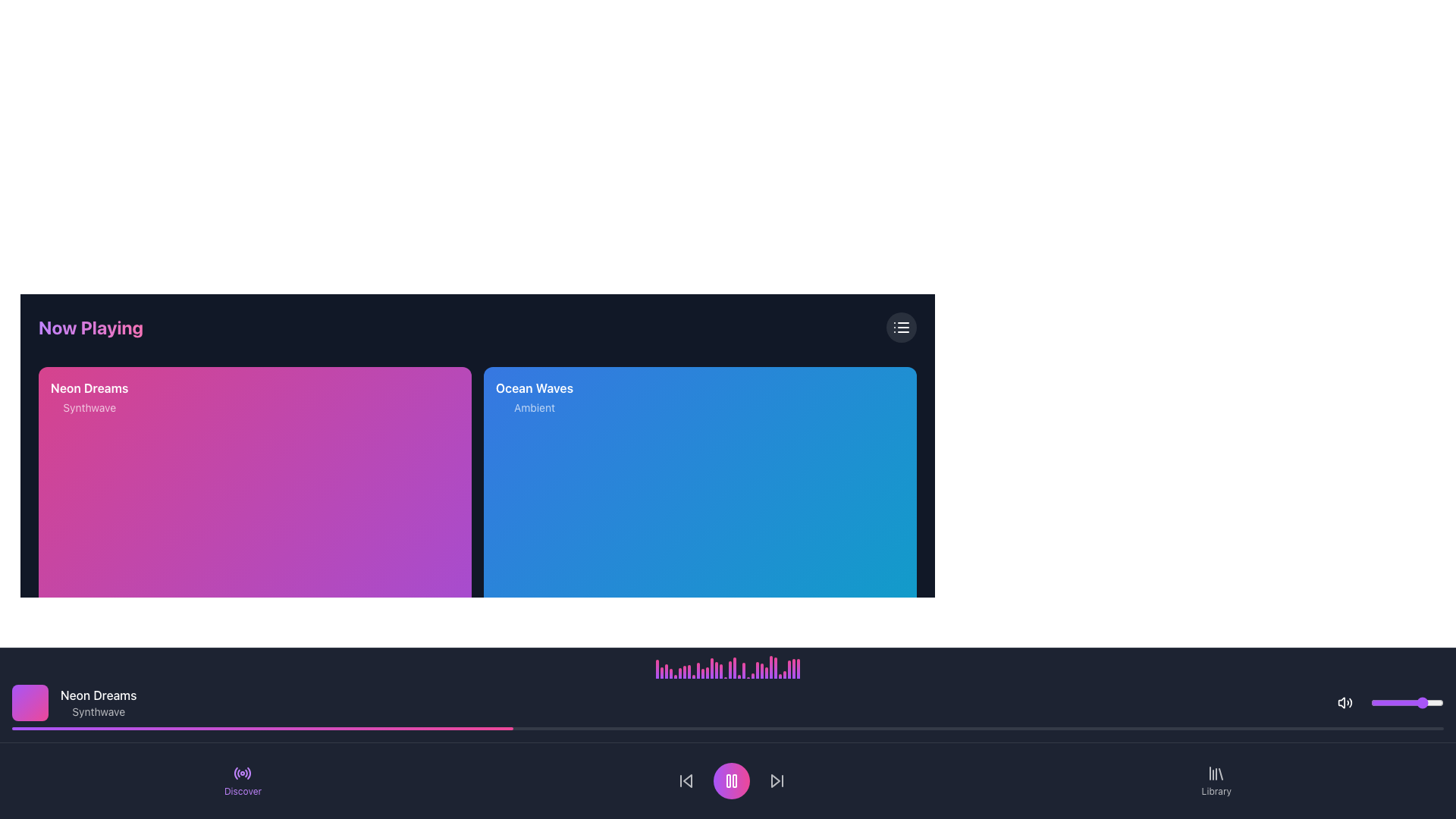 This screenshot has width=1456, height=819. I want to click on the sixth vertical bar in the visualization, which has a gradient color transitioning from purple at the bottom to pink at the top and features a rounded top edge, so click(679, 670).